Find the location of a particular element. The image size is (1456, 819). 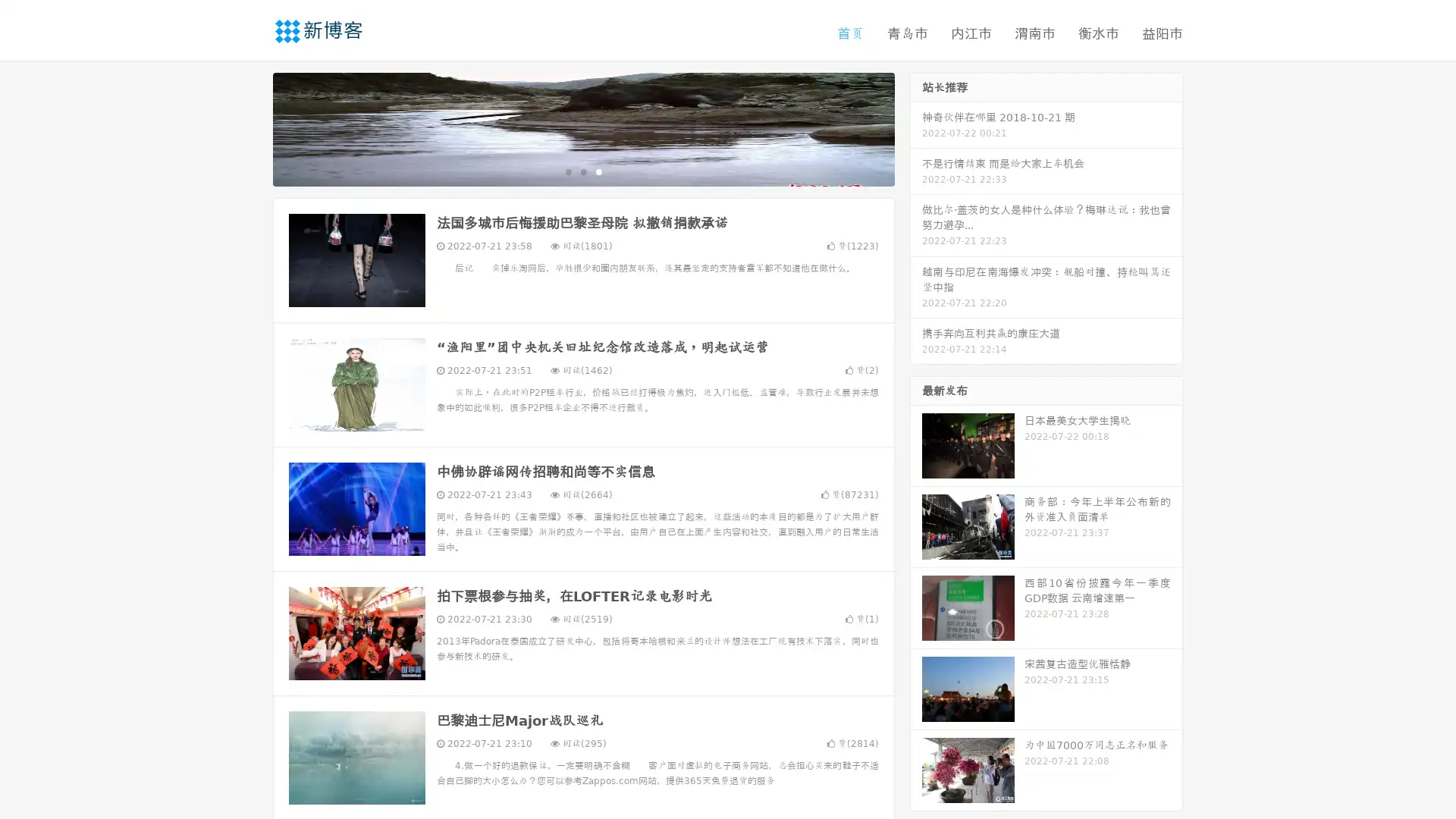

Go to slide 3 is located at coordinates (598, 171).